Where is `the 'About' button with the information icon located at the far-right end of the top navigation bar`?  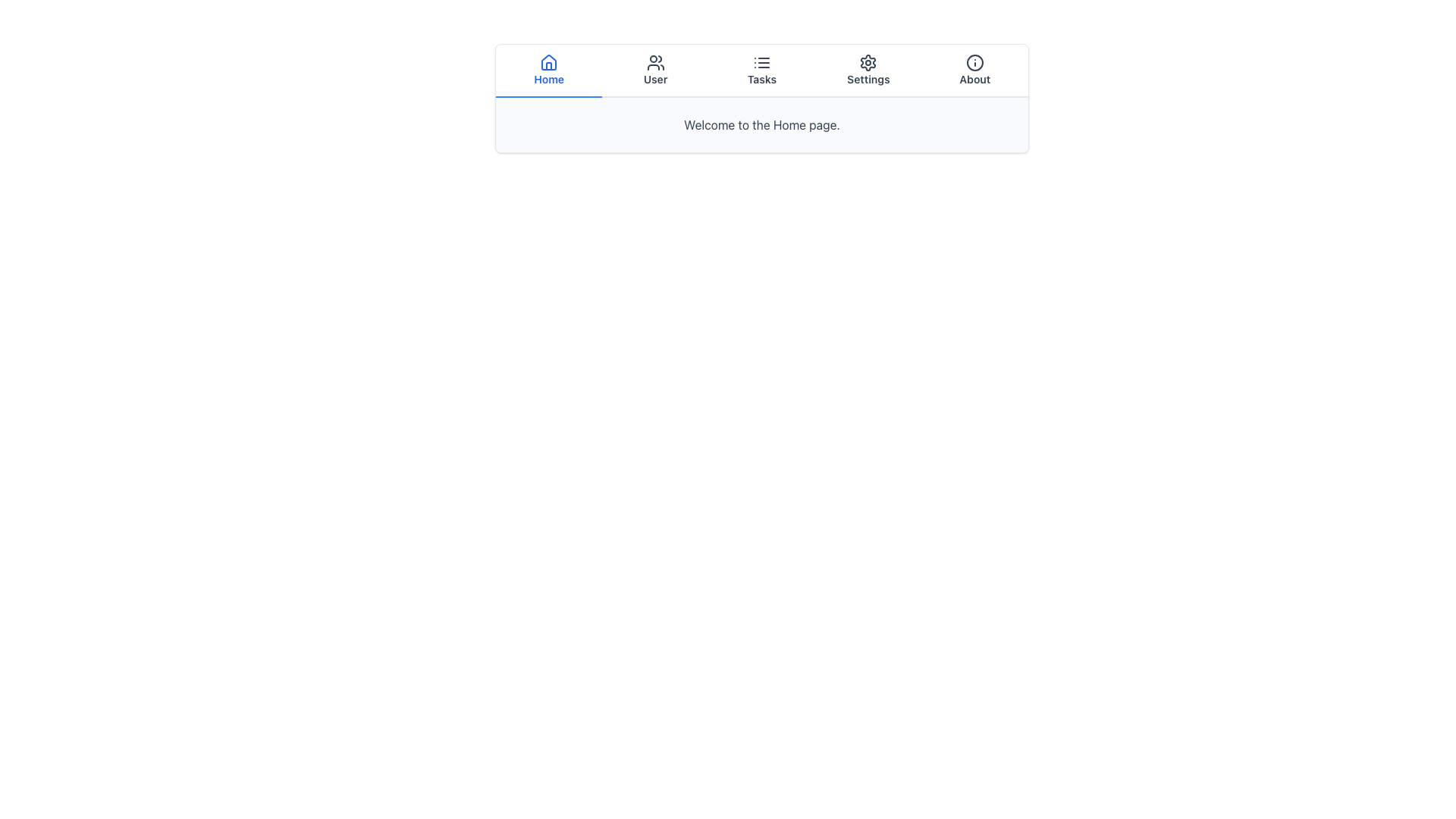
the 'About' button with the information icon located at the far-right end of the top navigation bar is located at coordinates (974, 71).